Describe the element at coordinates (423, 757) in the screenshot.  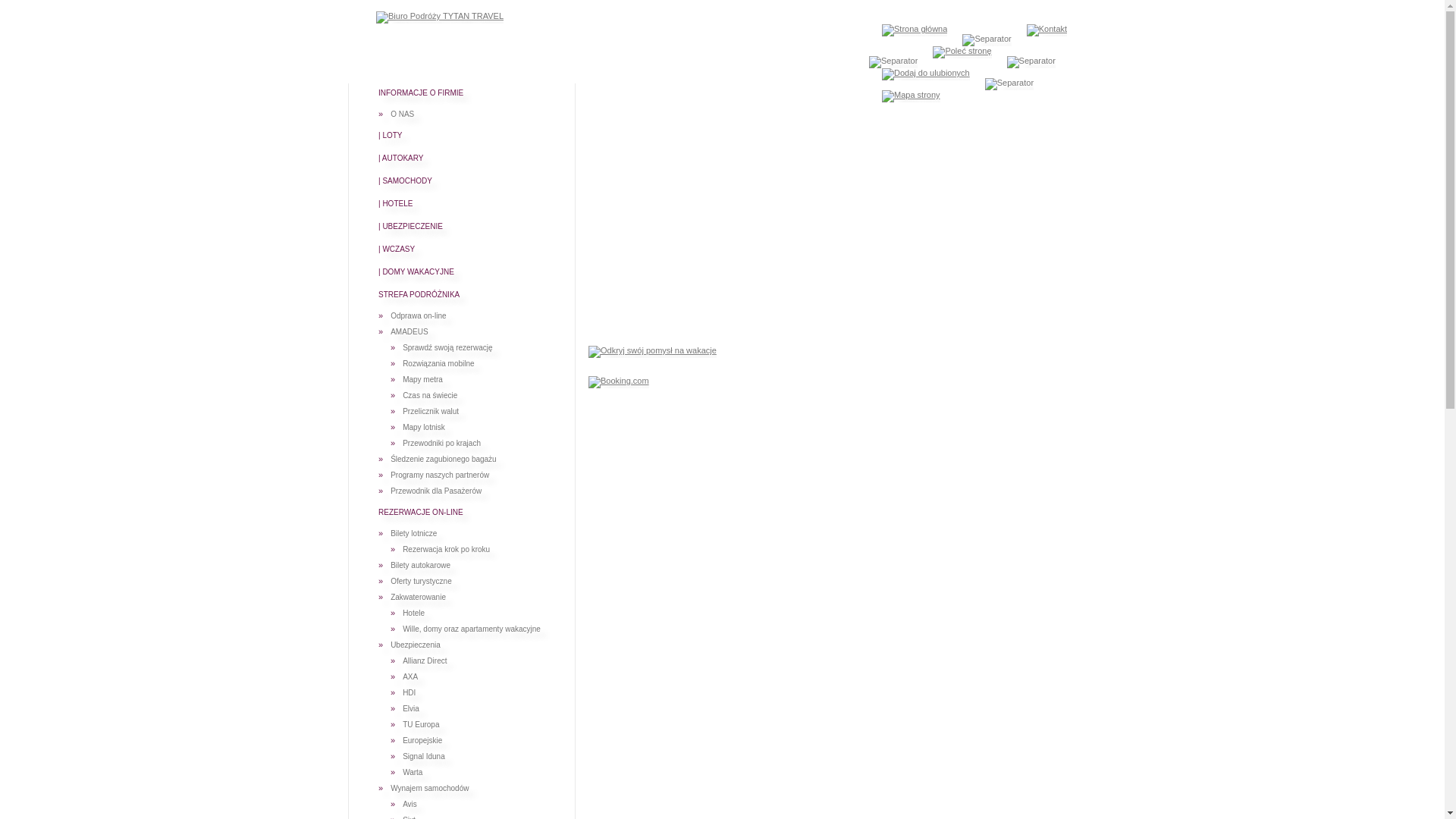
I see `'Signal Iduna'` at that location.